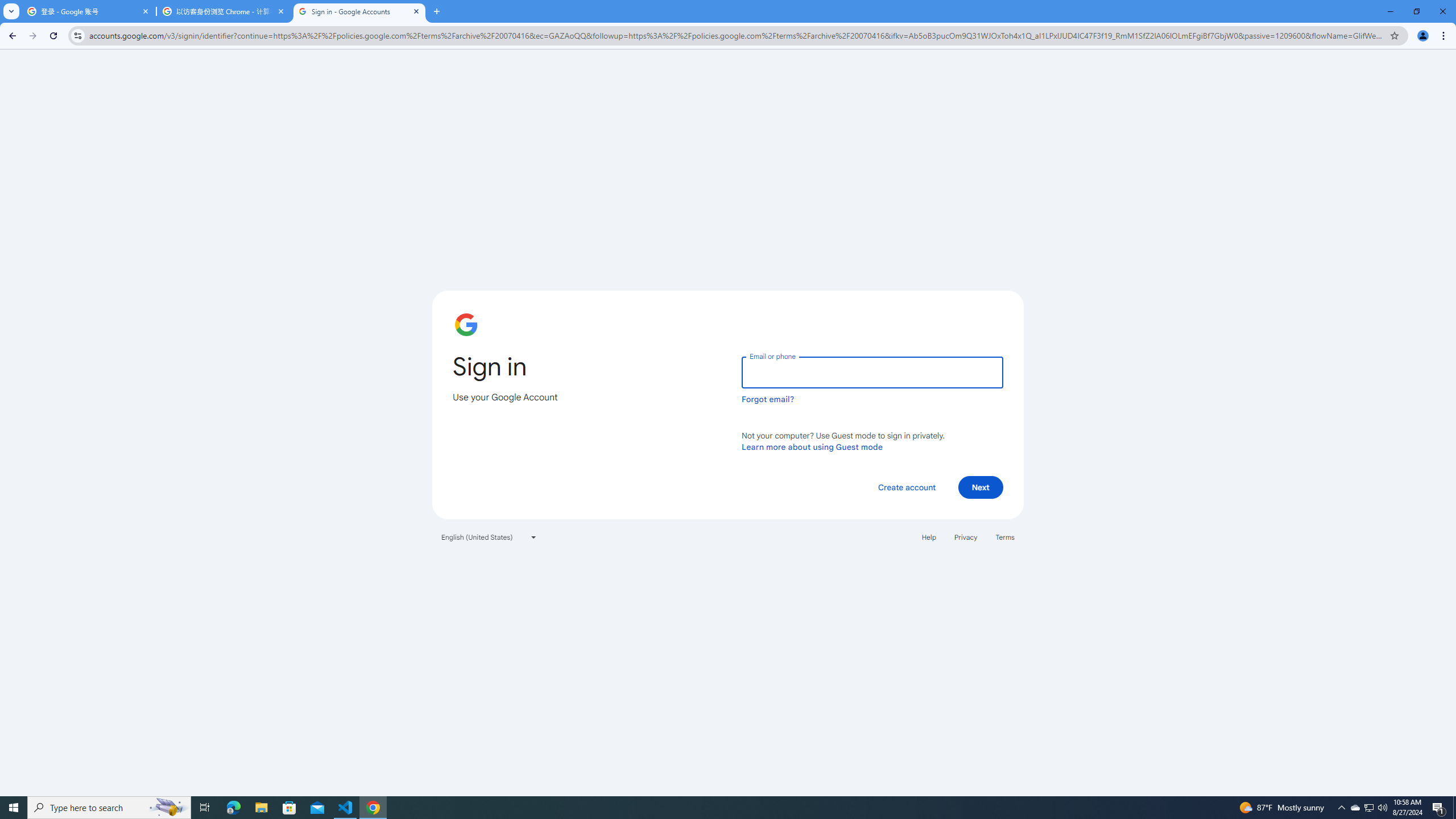 The width and height of the screenshot is (1456, 819). Describe the element at coordinates (812, 446) in the screenshot. I see `'Learn more about using Guest mode'` at that location.